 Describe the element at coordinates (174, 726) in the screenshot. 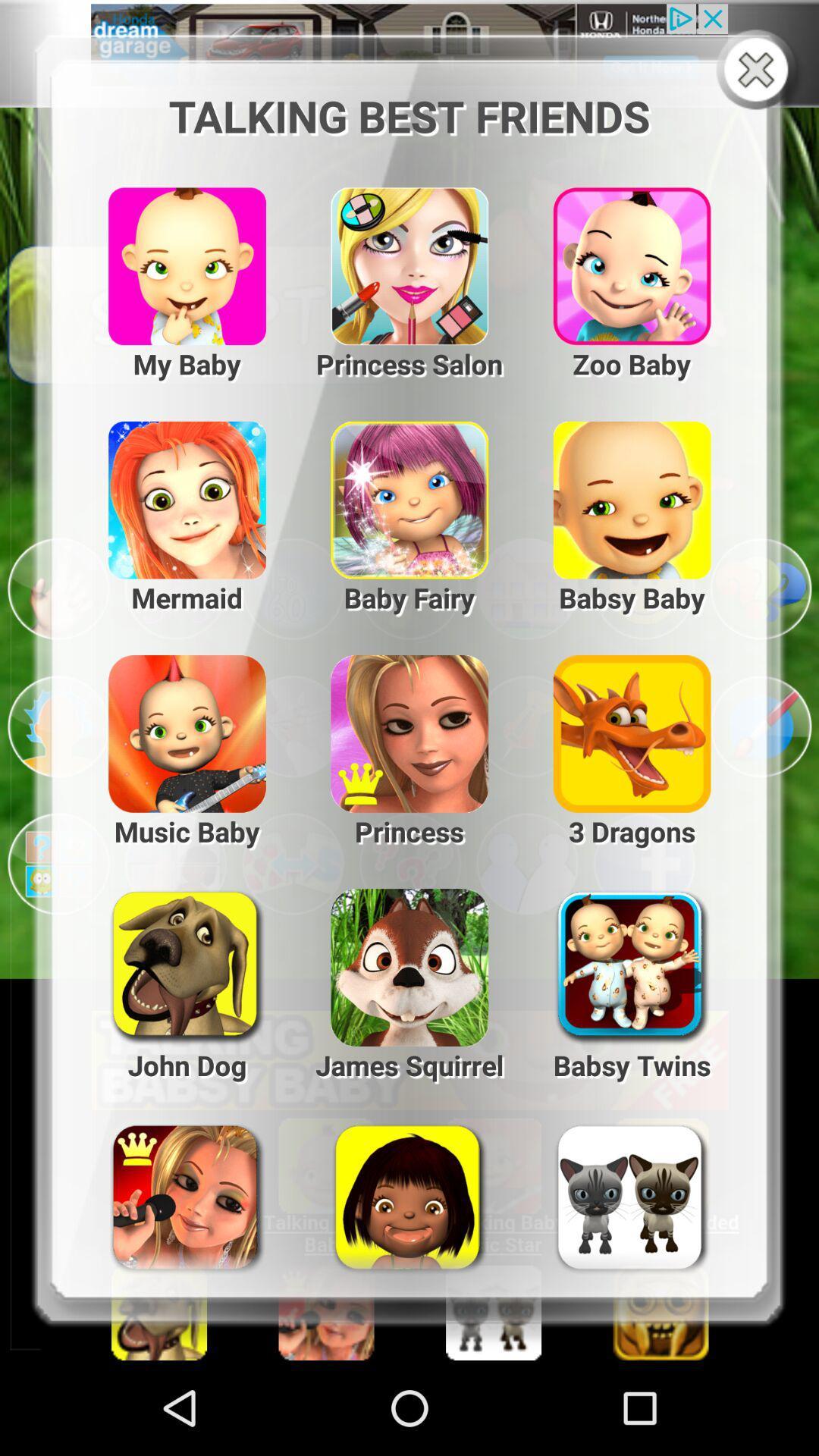

I see `image of a music baby` at that location.